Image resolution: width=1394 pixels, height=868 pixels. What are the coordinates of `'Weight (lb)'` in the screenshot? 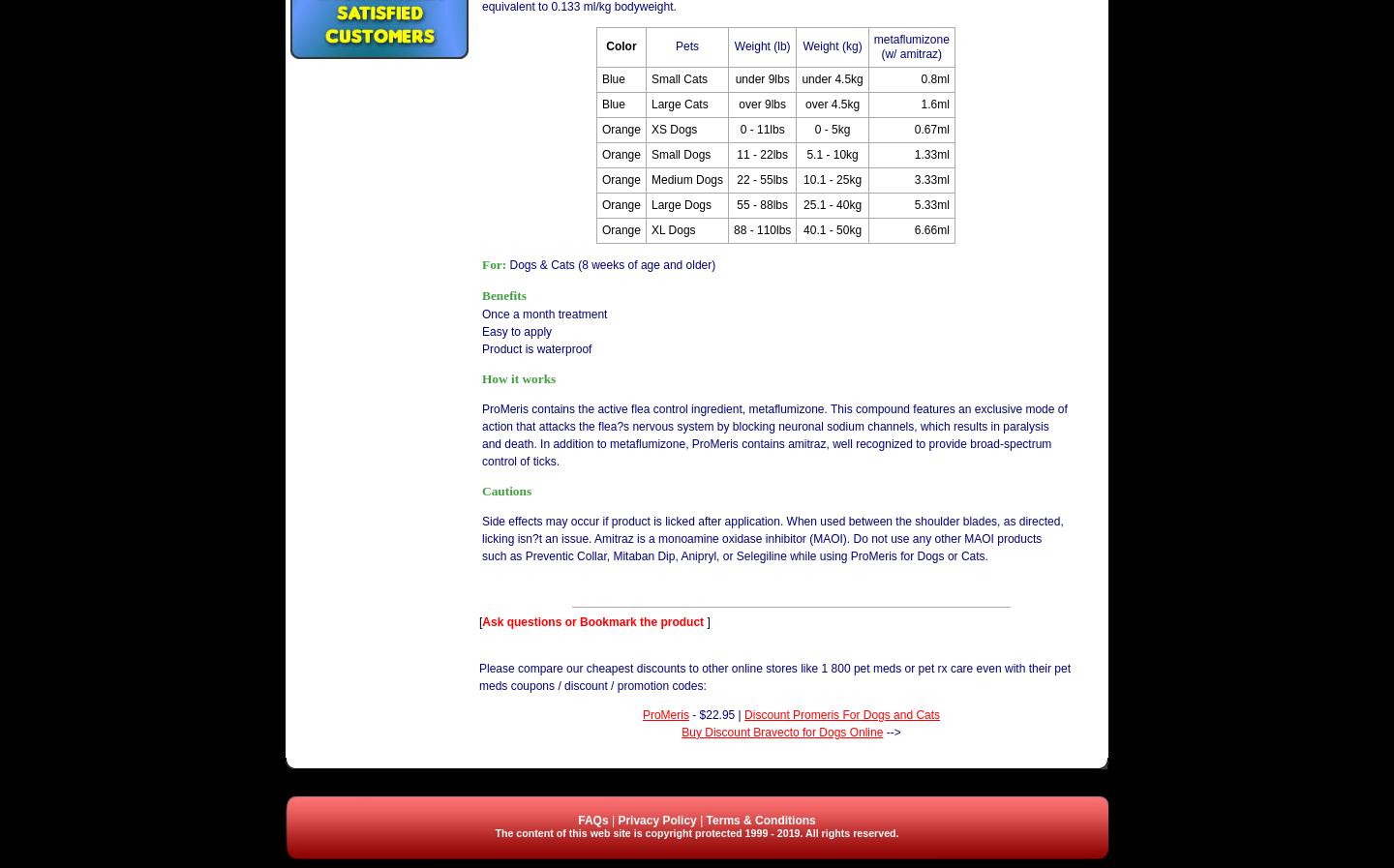 It's located at (761, 45).